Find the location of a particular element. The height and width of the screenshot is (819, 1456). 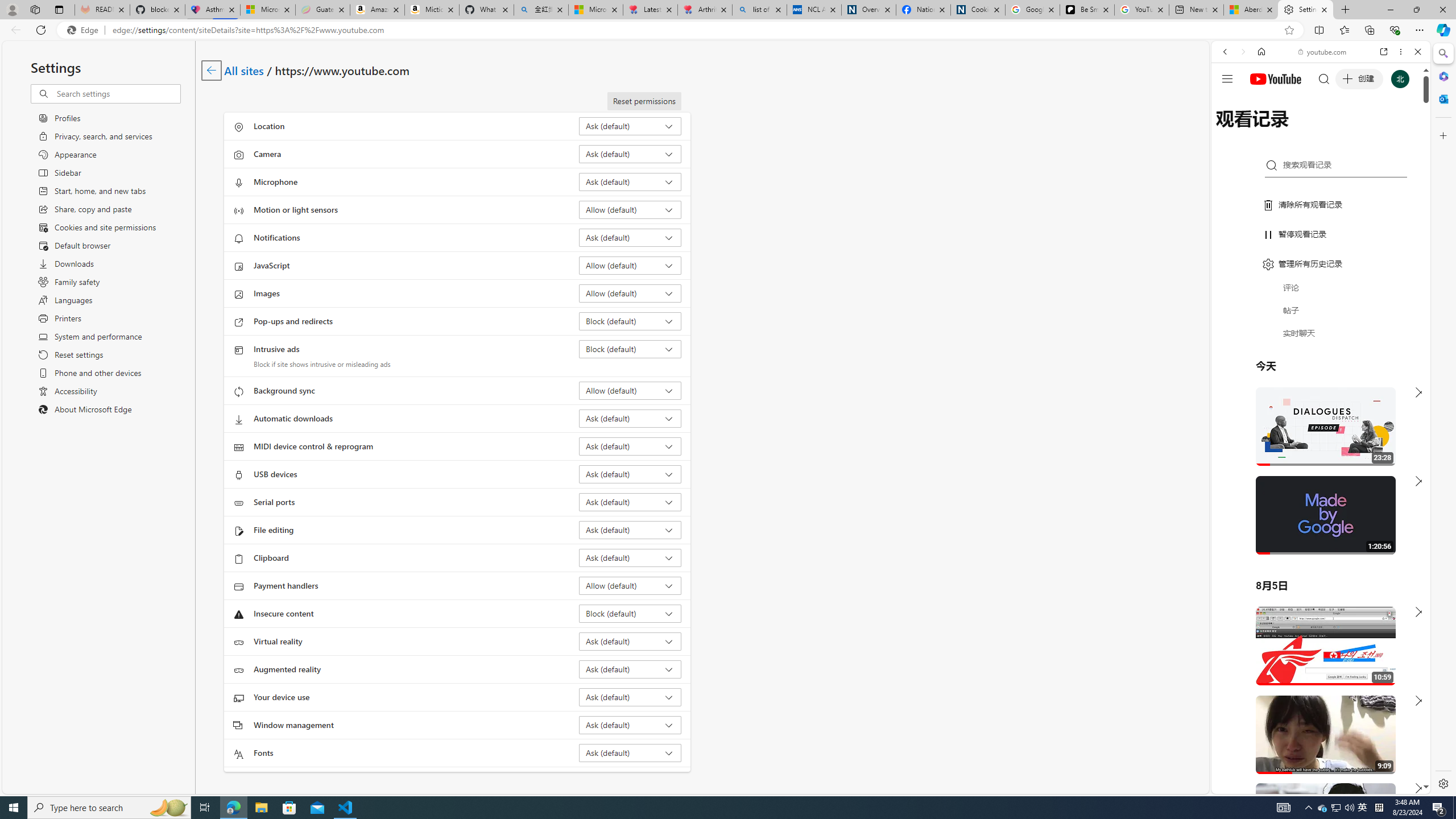

'Trailer #2 [HD]' is located at coordinates (1319, 336).